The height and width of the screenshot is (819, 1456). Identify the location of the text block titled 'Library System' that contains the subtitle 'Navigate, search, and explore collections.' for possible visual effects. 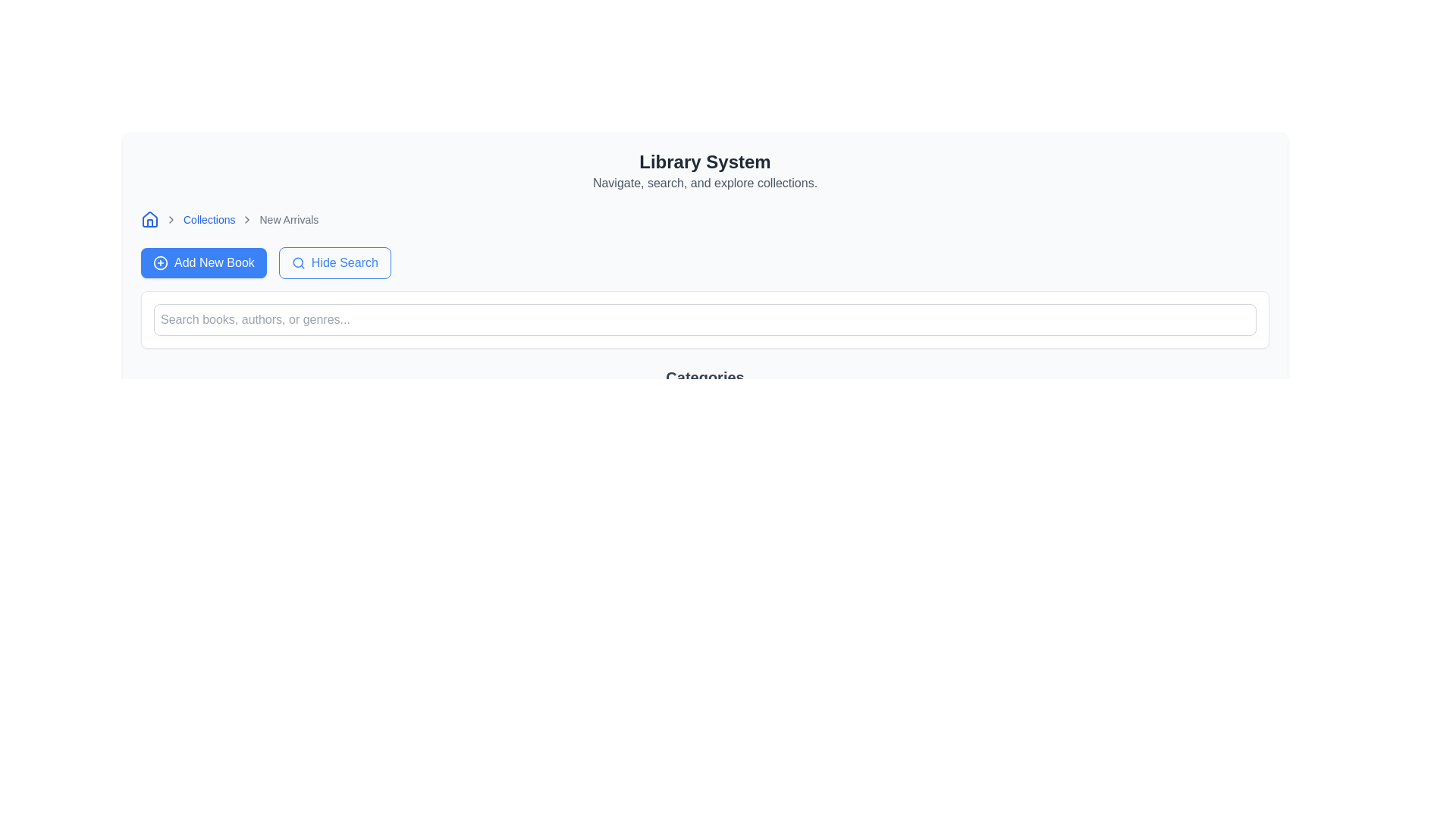
(704, 171).